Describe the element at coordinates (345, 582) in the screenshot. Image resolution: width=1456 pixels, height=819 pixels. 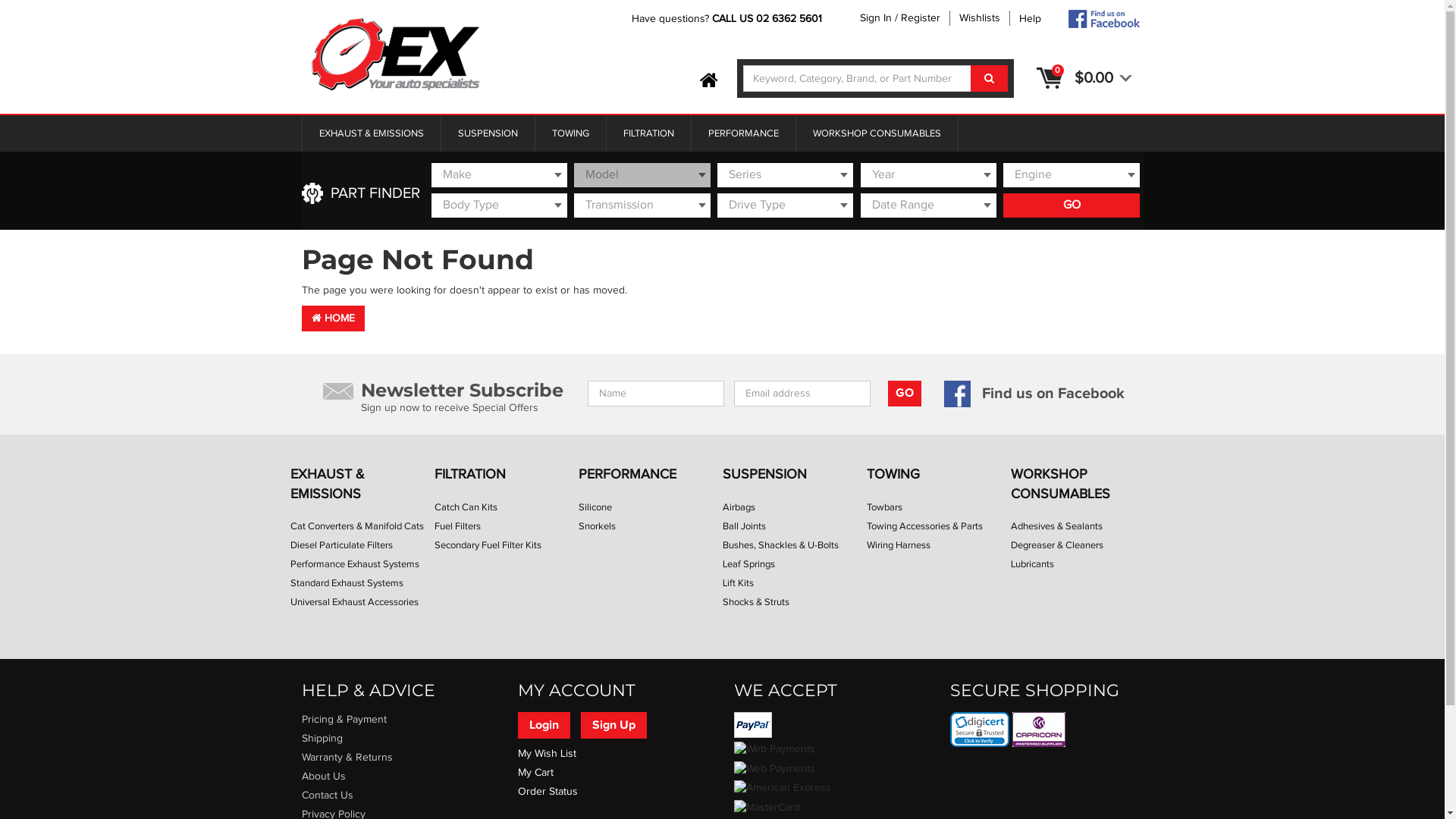
I see `'Standard Exhaust Systems'` at that location.